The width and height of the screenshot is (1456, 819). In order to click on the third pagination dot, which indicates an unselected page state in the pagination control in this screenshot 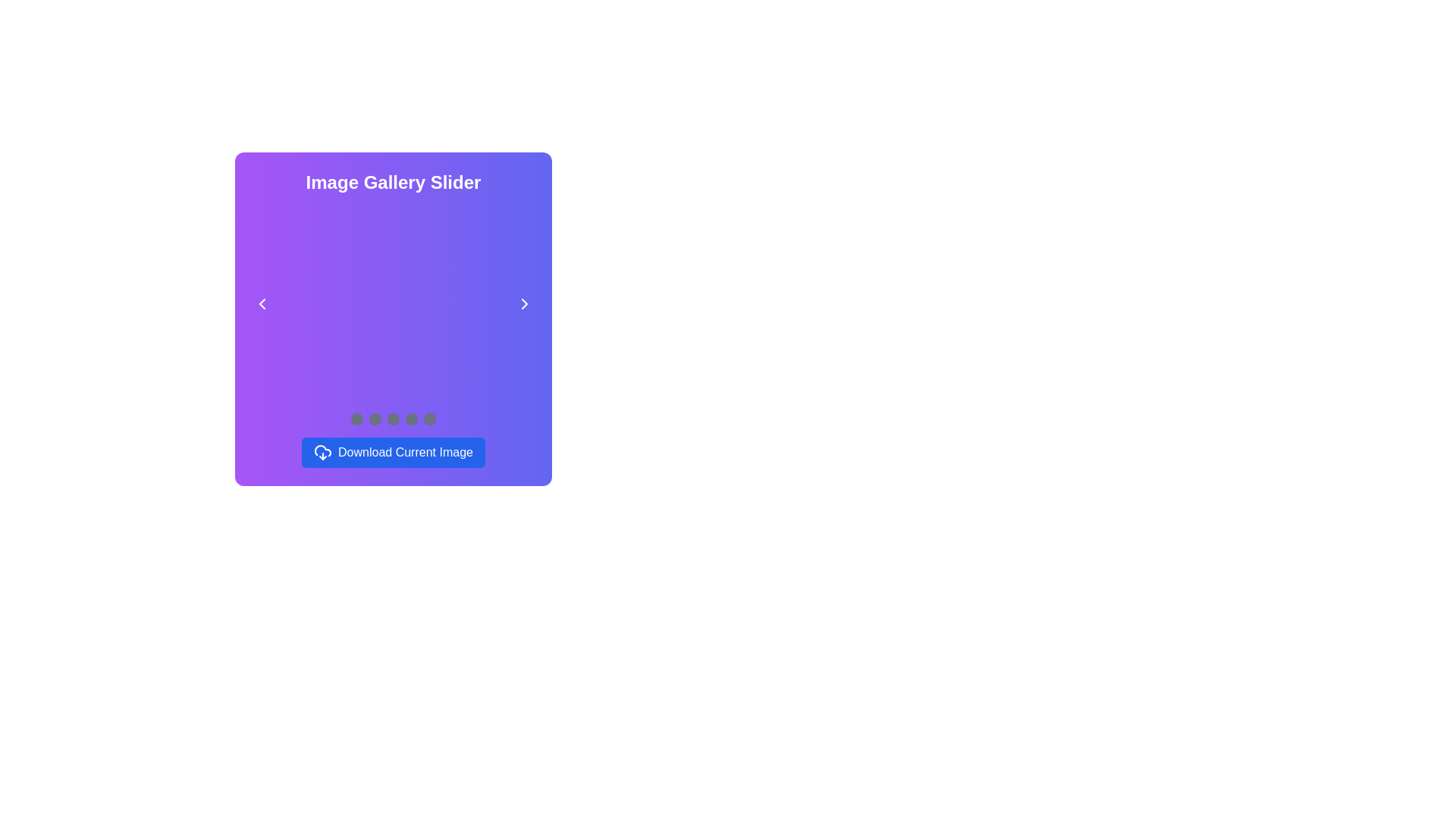, I will do `click(393, 419)`.